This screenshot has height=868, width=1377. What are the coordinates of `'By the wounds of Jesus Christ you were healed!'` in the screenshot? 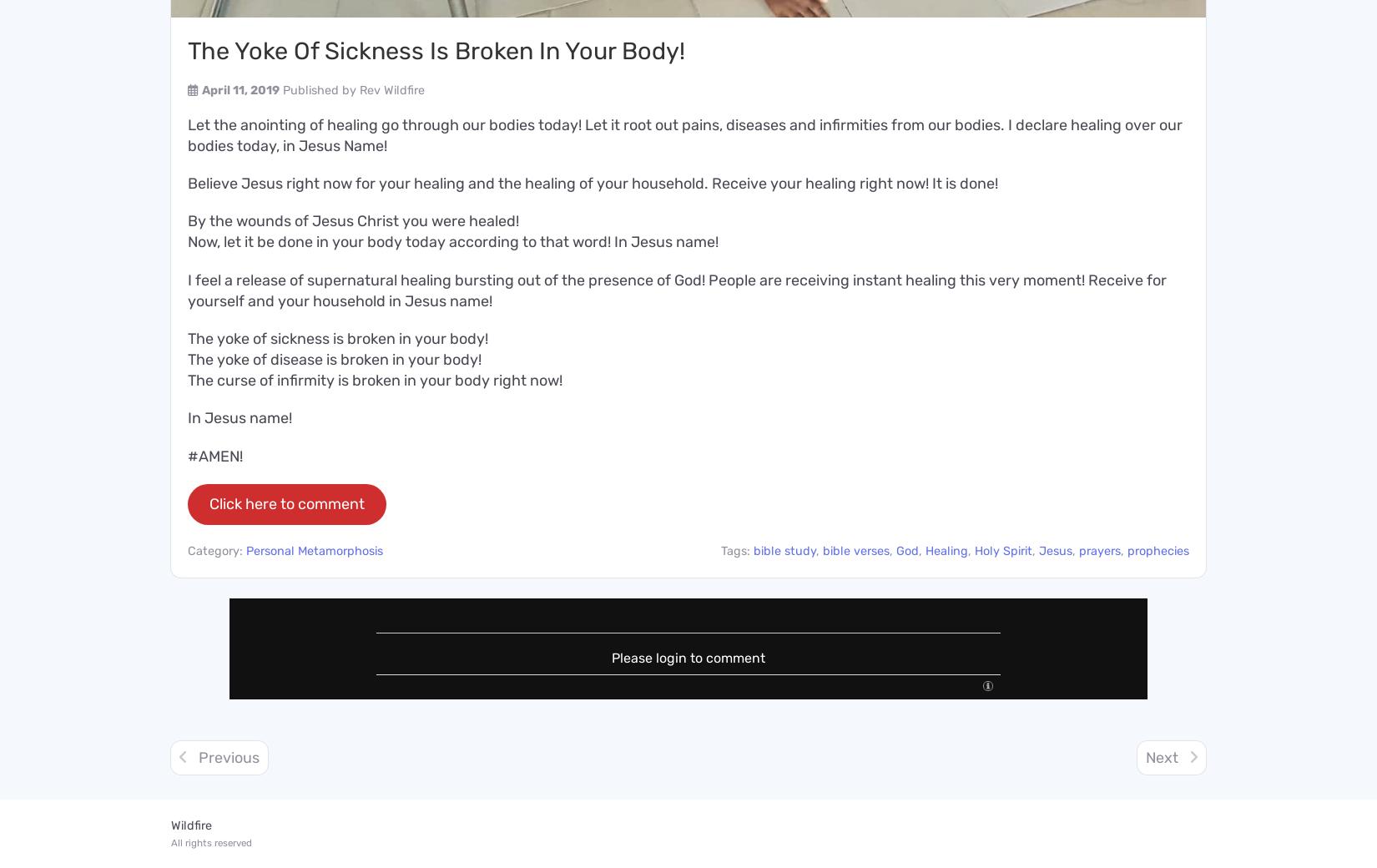 It's located at (188, 220).